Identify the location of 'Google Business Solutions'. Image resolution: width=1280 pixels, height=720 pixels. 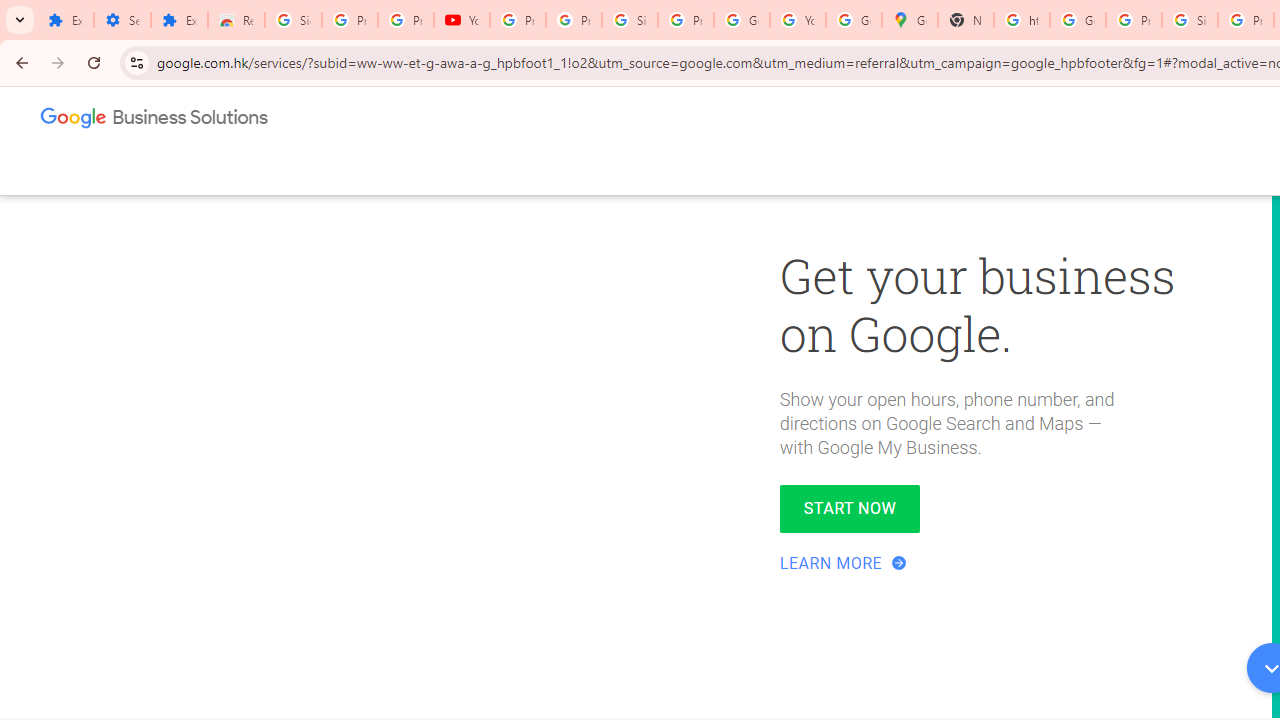
(154, 121).